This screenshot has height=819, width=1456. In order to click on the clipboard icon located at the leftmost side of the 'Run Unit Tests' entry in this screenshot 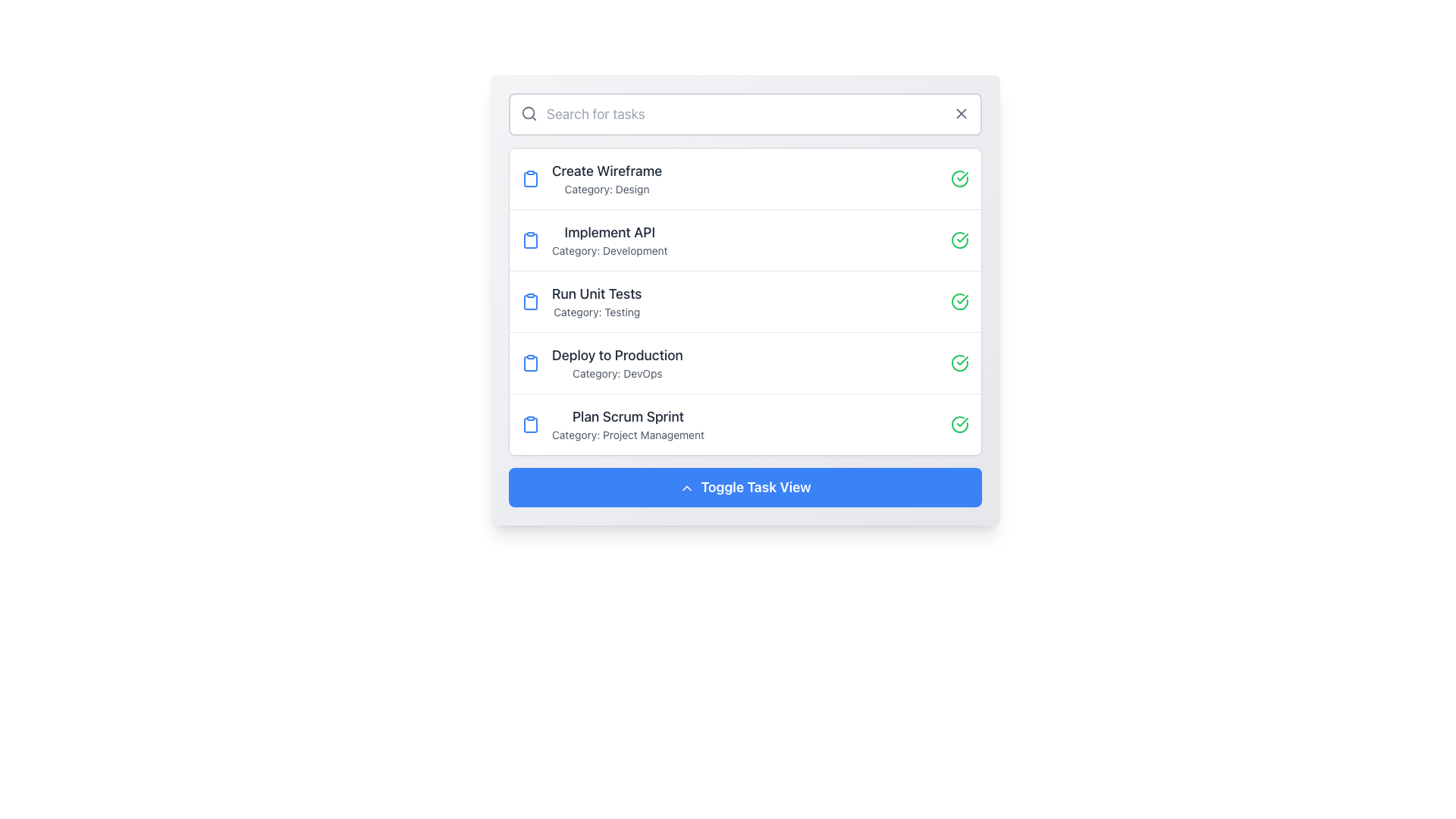, I will do `click(531, 301)`.